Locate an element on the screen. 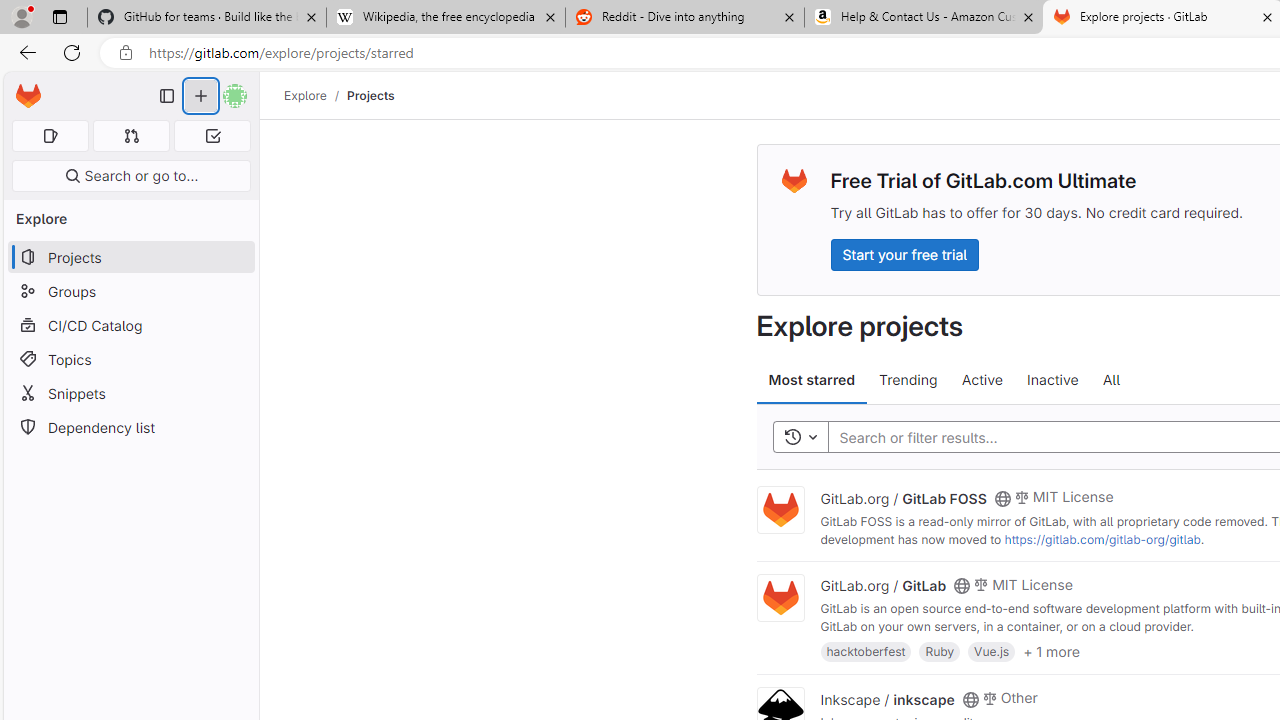  'hacktoberfest' is located at coordinates (866, 651).